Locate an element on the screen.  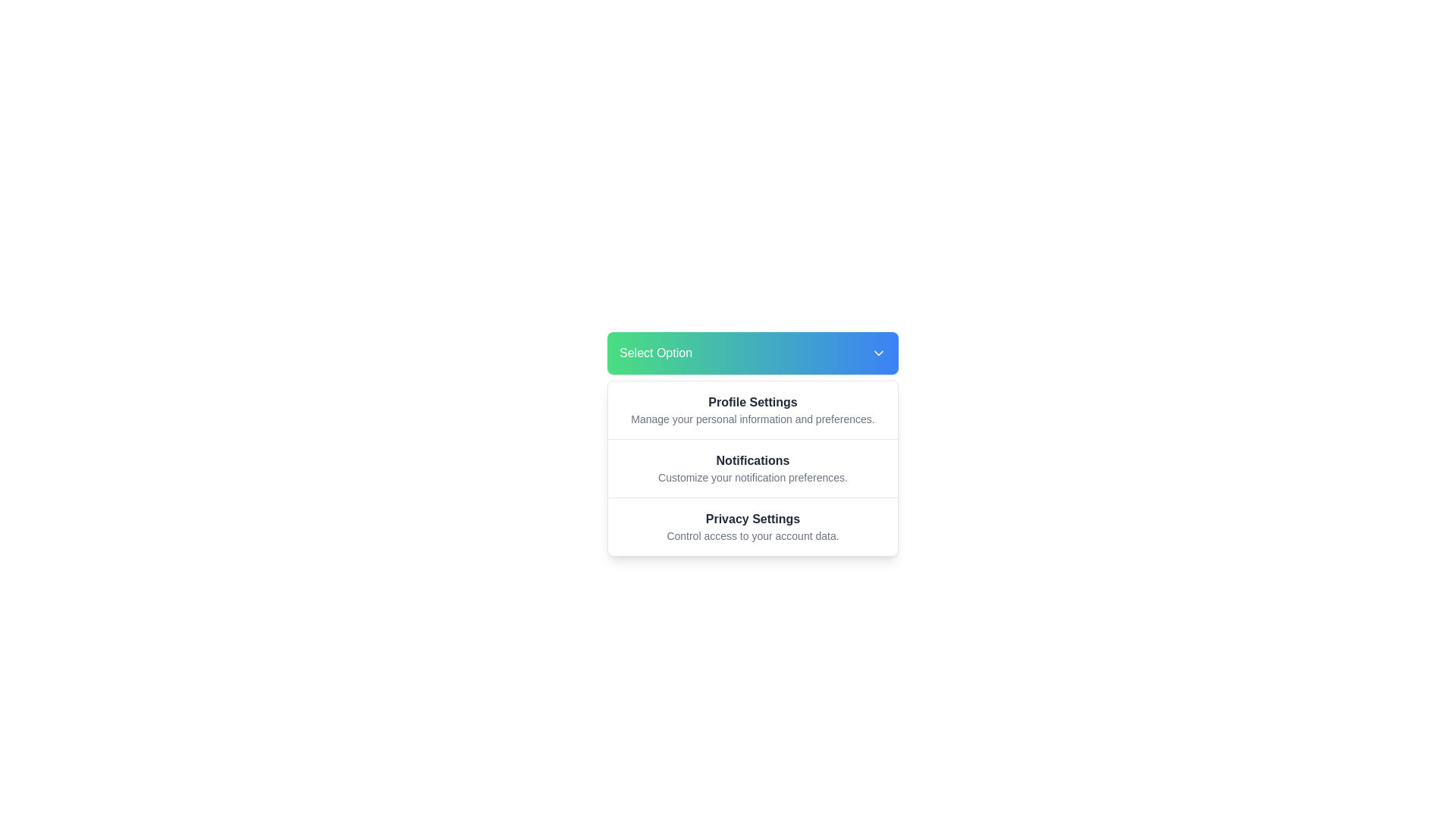
the text component displaying 'Control access to your account data.' which is located beneath 'Privacy Settings' in the third section of the menu layout is located at coordinates (753, 535).